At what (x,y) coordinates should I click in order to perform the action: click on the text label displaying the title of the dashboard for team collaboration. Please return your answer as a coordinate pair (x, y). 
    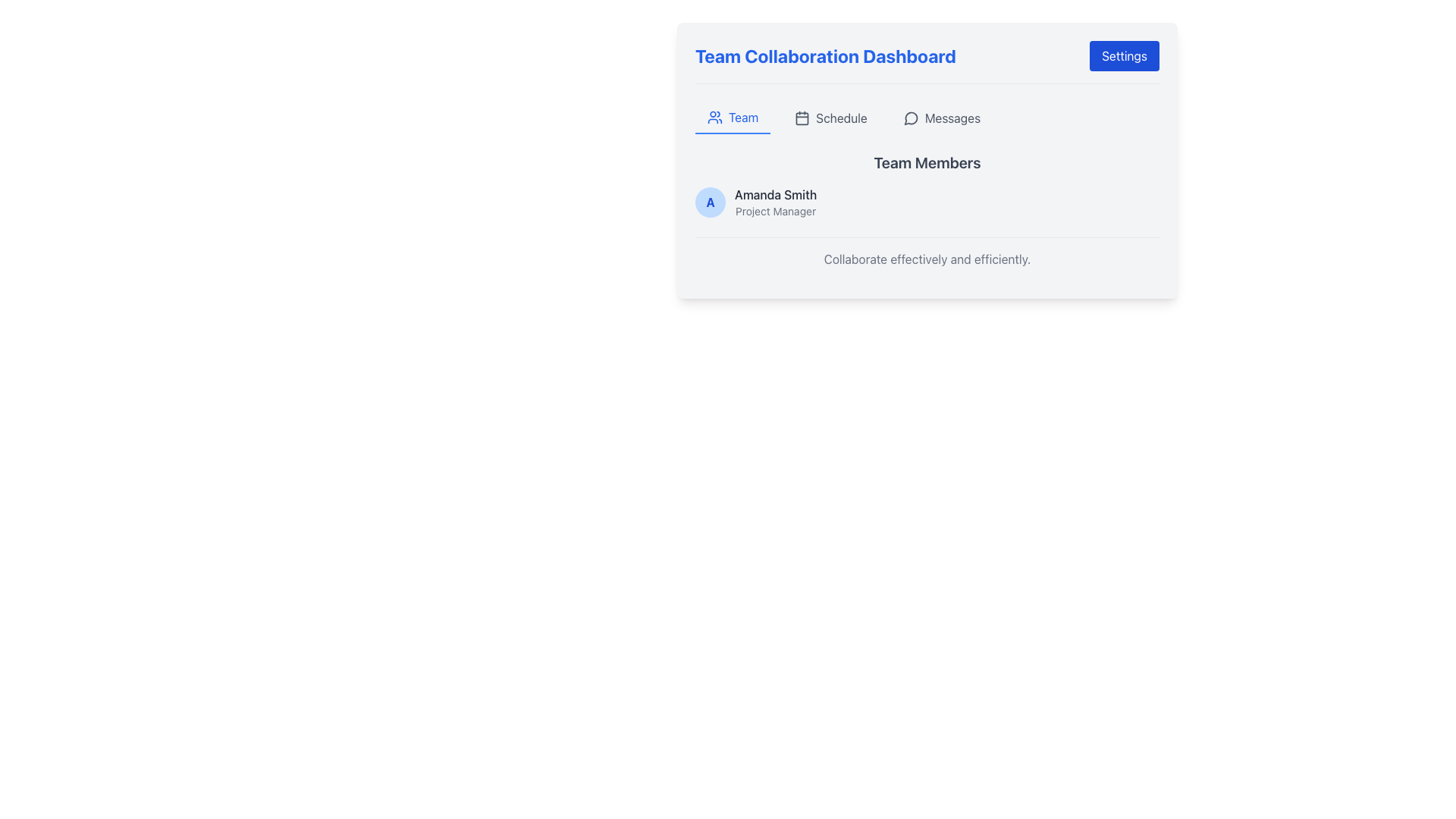
    Looking at the image, I should click on (824, 55).